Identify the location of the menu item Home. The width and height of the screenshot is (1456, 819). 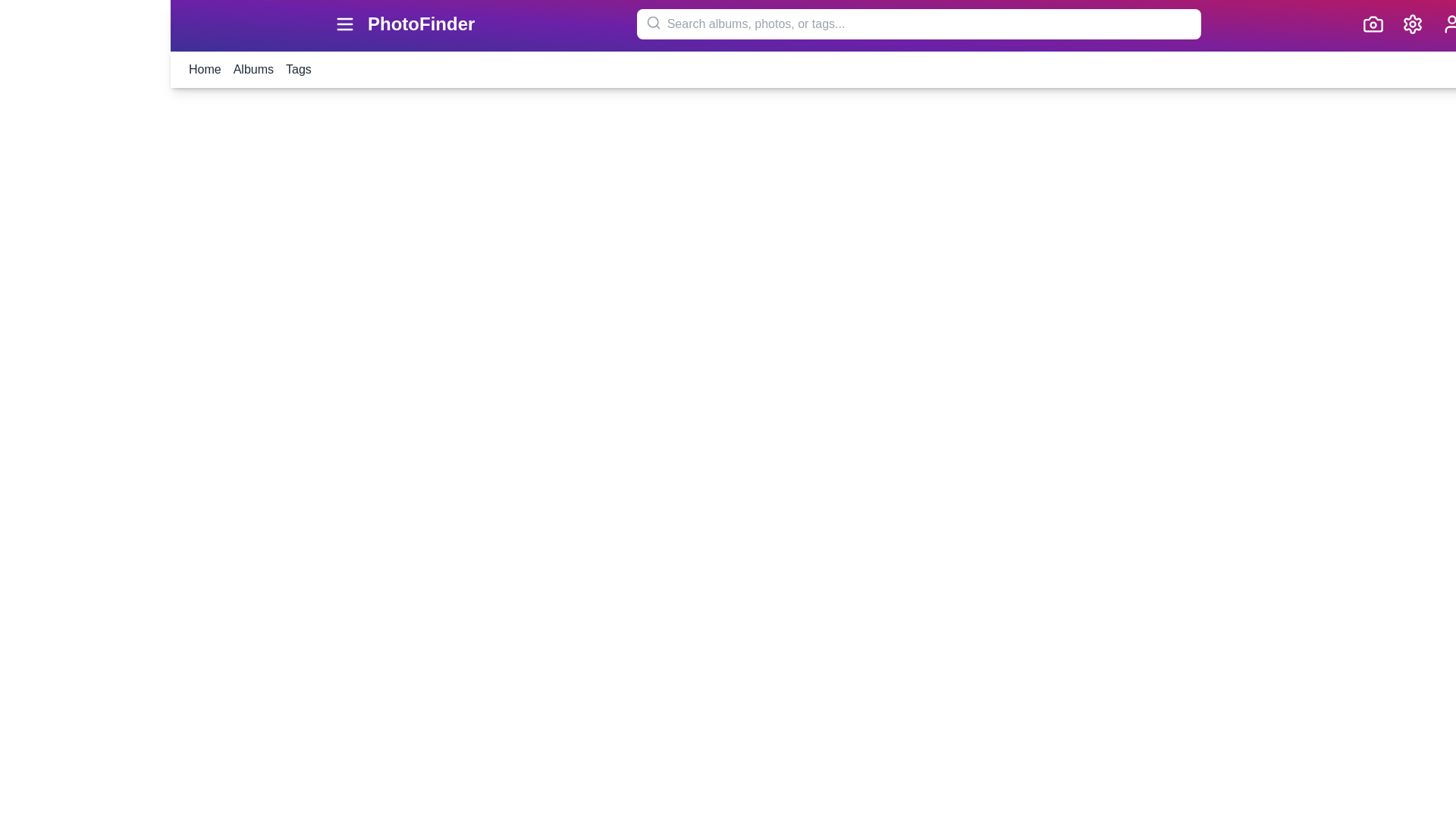
(203, 70).